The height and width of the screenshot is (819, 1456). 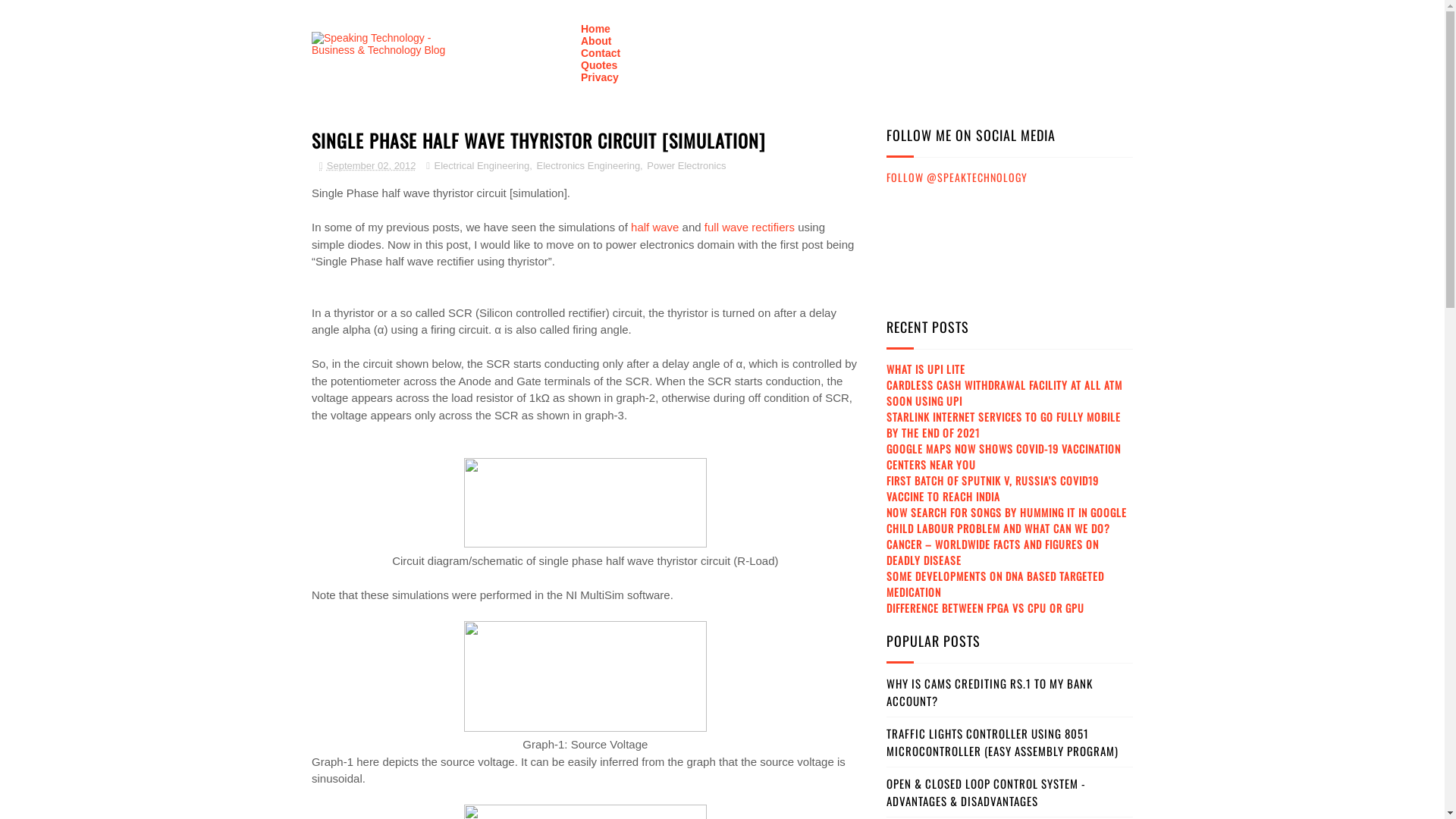 I want to click on 'Power Electronics', so click(x=684, y=165).